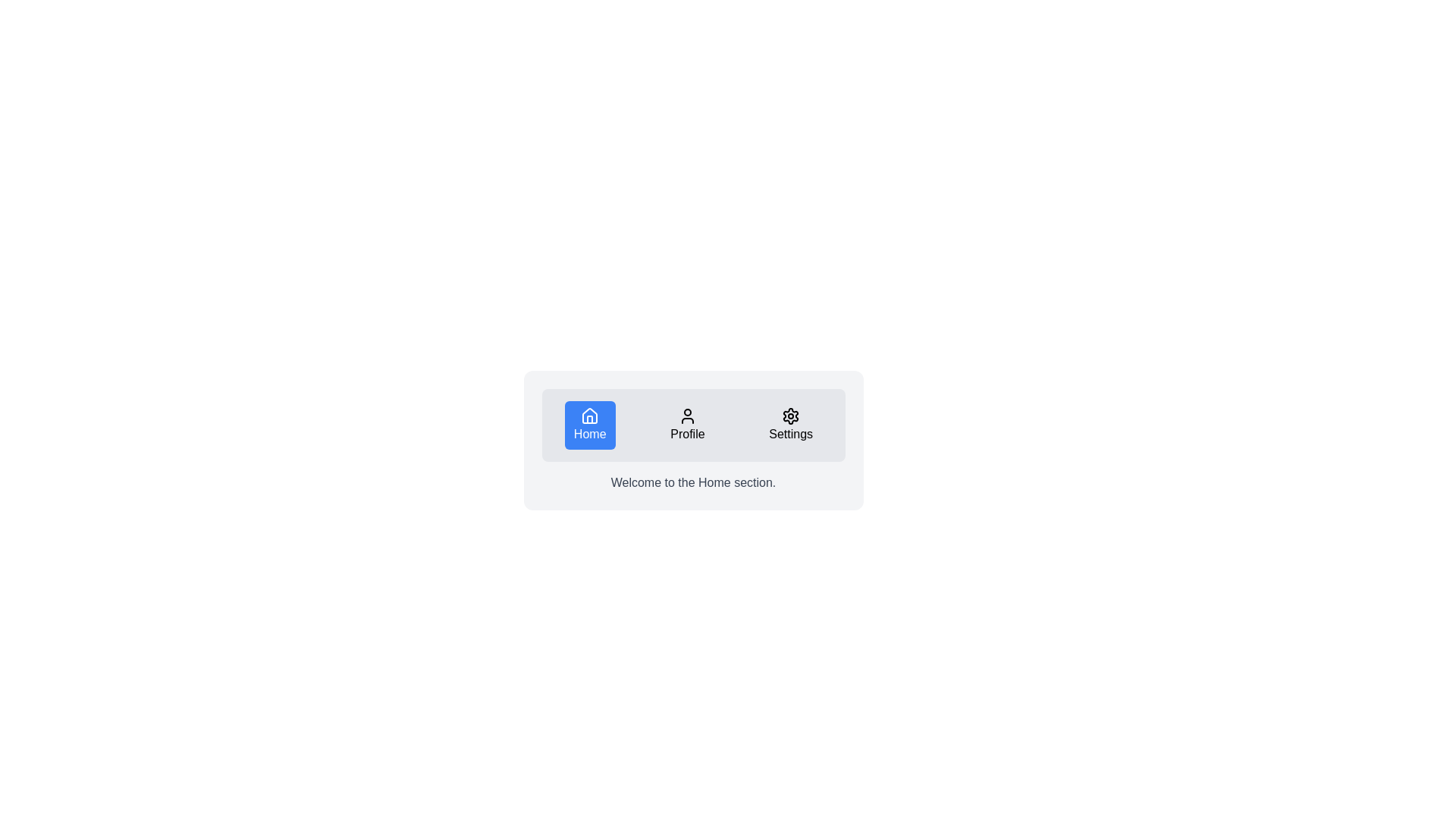  What do you see at coordinates (692, 482) in the screenshot?
I see `text block containing 'Welcome to the Home section.' which is centrally aligned in gray font on a light background, located directly below the navigation menu` at bounding box center [692, 482].